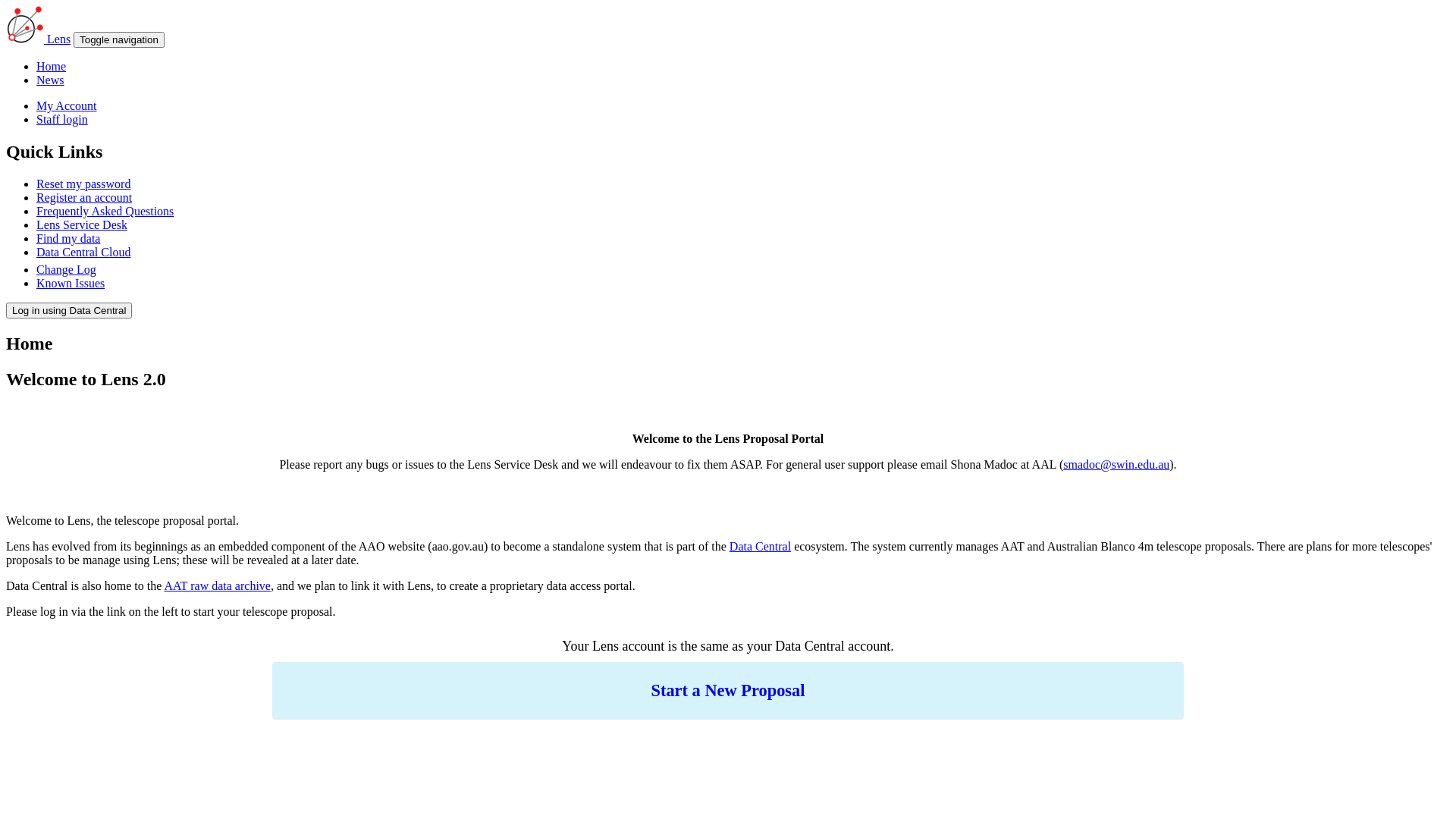 The image size is (1456, 819). I want to click on 'Lens', so click(58, 38).